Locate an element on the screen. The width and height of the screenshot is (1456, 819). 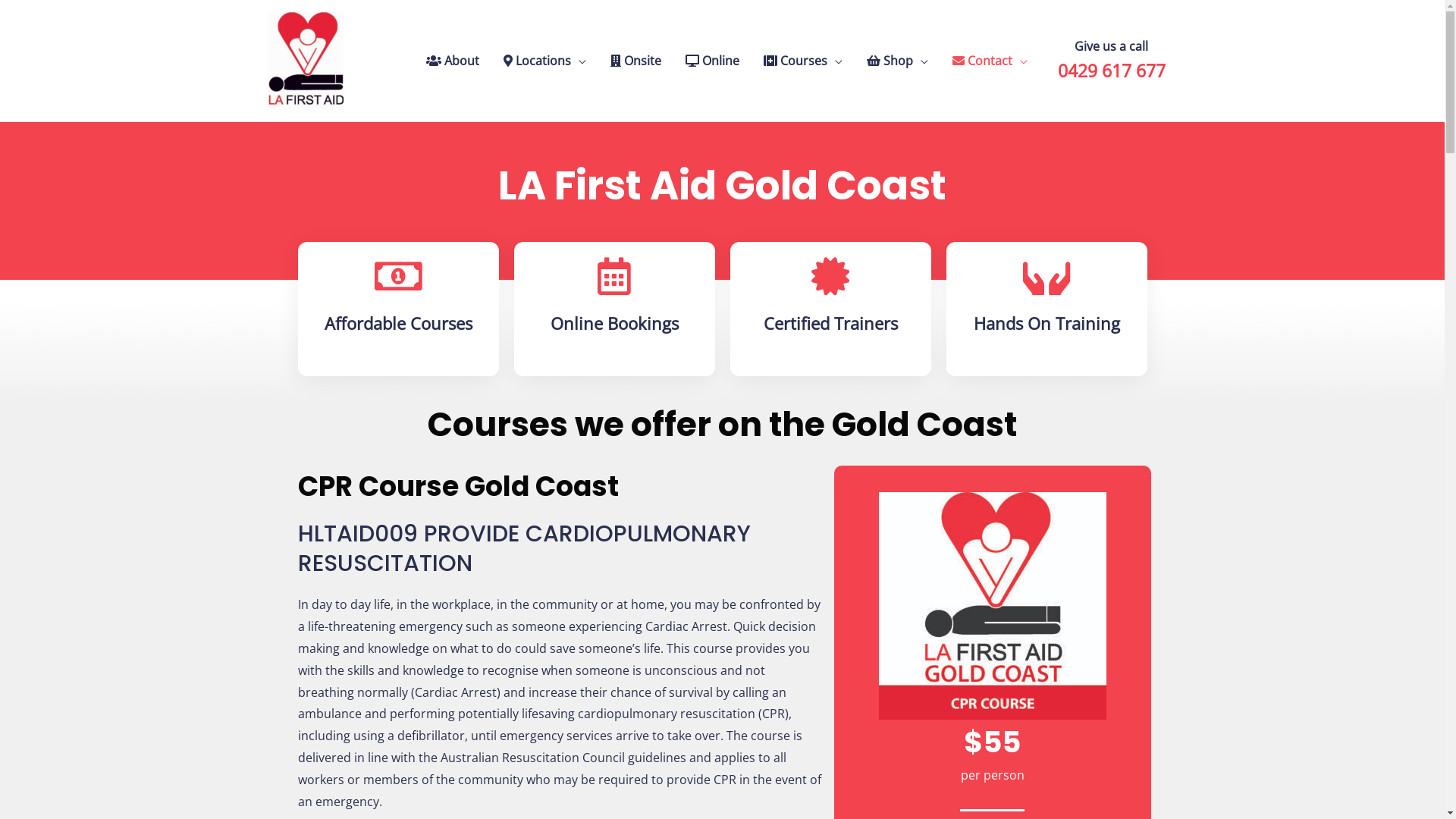
'Courses' is located at coordinates (801, 60).